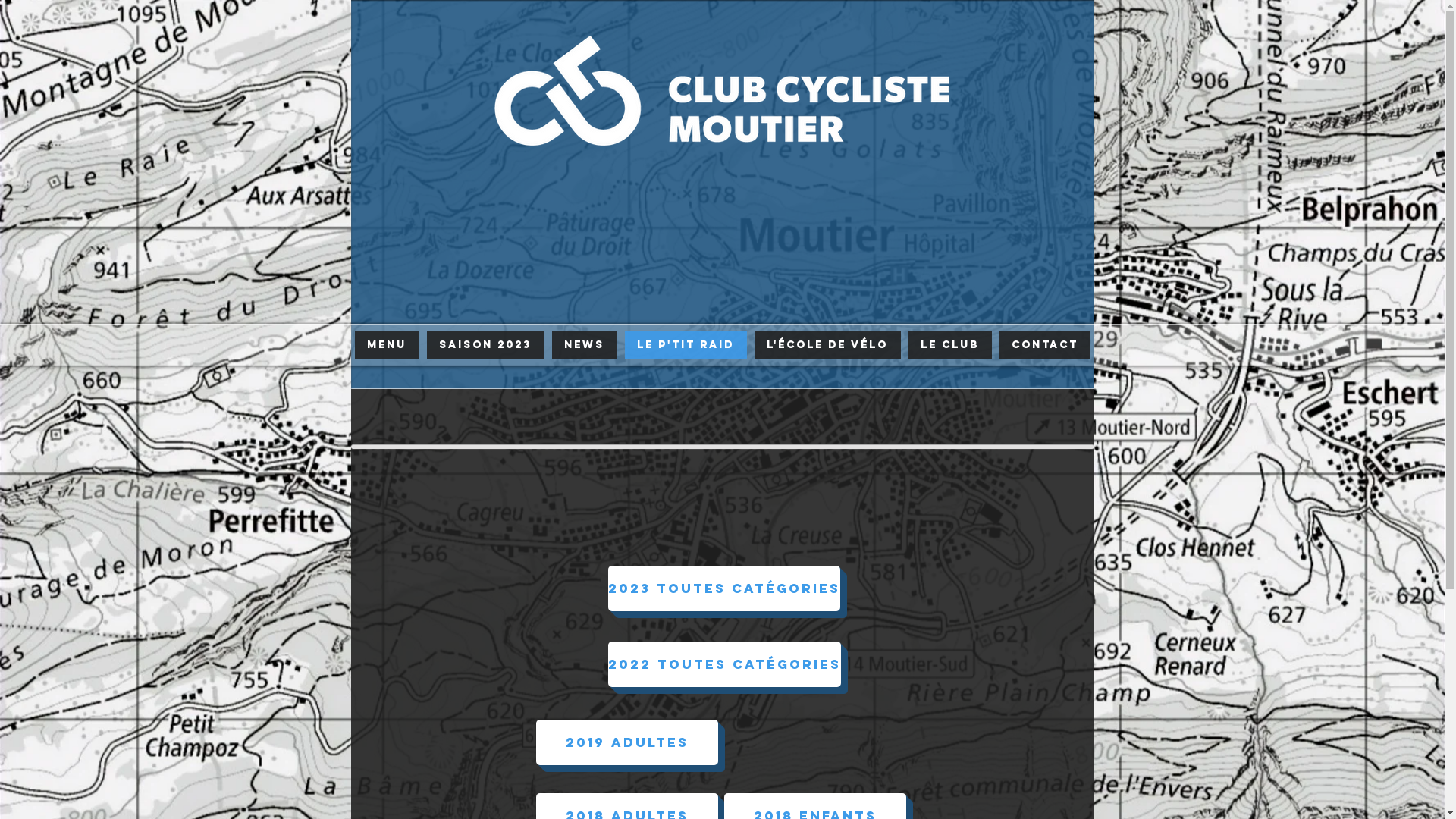 This screenshot has width=1456, height=819. Describe the element at coordinates (949, 345) in the screenshot. I see `'LE CLUB'` at that location.